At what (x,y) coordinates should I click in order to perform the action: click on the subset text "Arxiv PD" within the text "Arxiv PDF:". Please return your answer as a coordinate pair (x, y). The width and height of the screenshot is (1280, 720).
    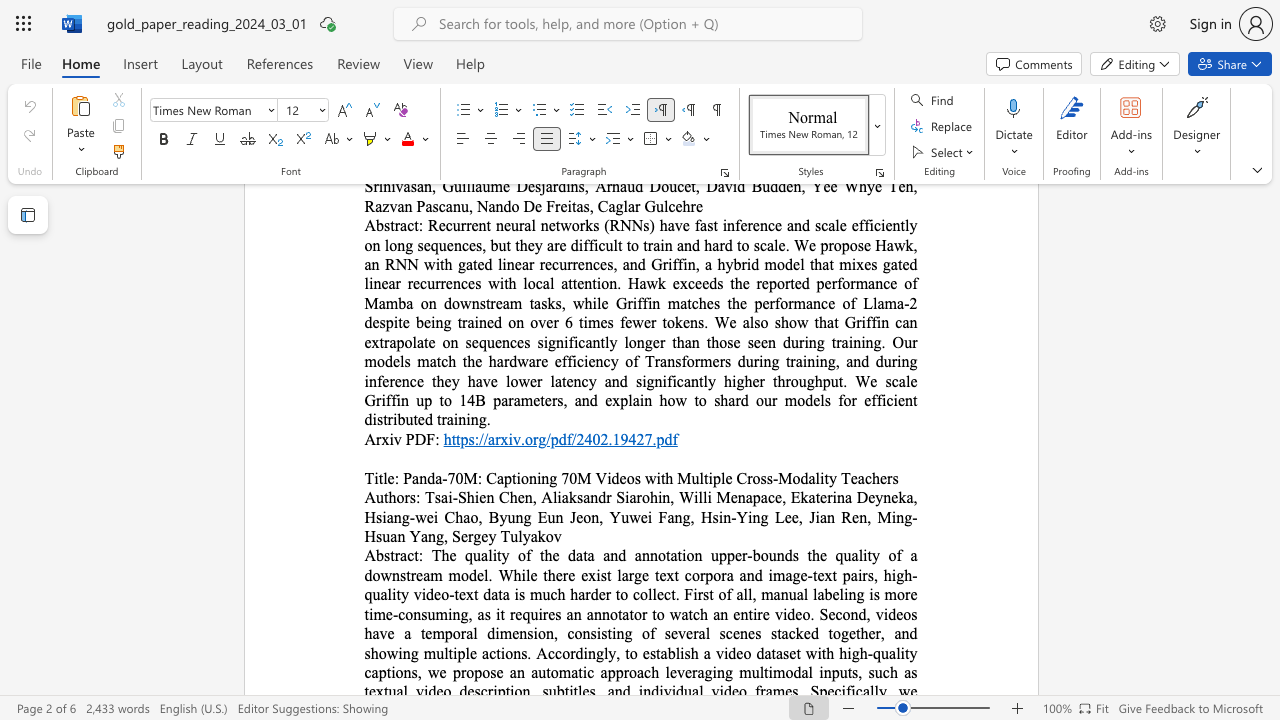
    Looking at the image, I should click on (364, 438).